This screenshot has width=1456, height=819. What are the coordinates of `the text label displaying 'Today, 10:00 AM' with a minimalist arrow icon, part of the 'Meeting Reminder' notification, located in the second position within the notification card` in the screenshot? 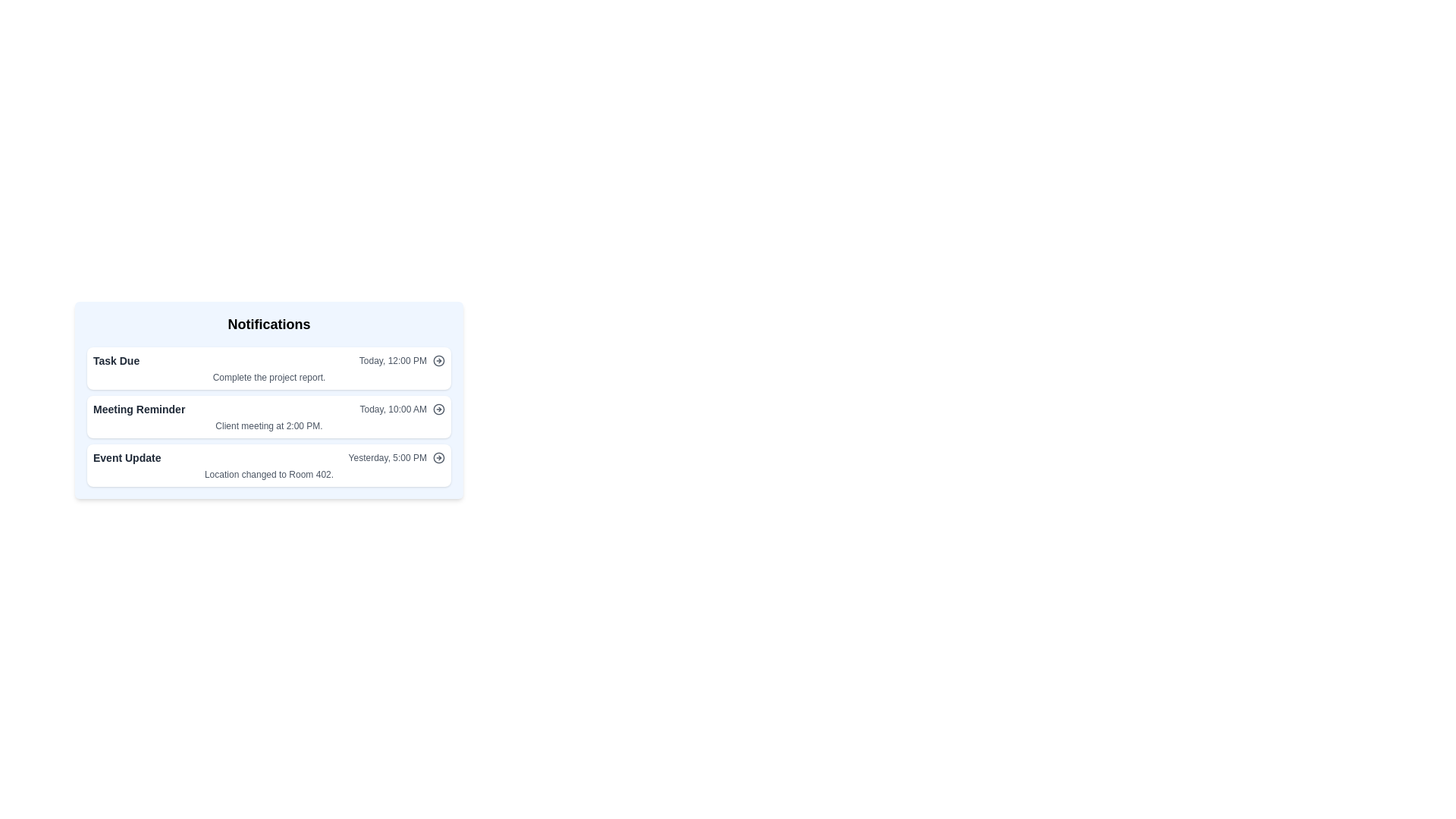 It's located at (402, 409).